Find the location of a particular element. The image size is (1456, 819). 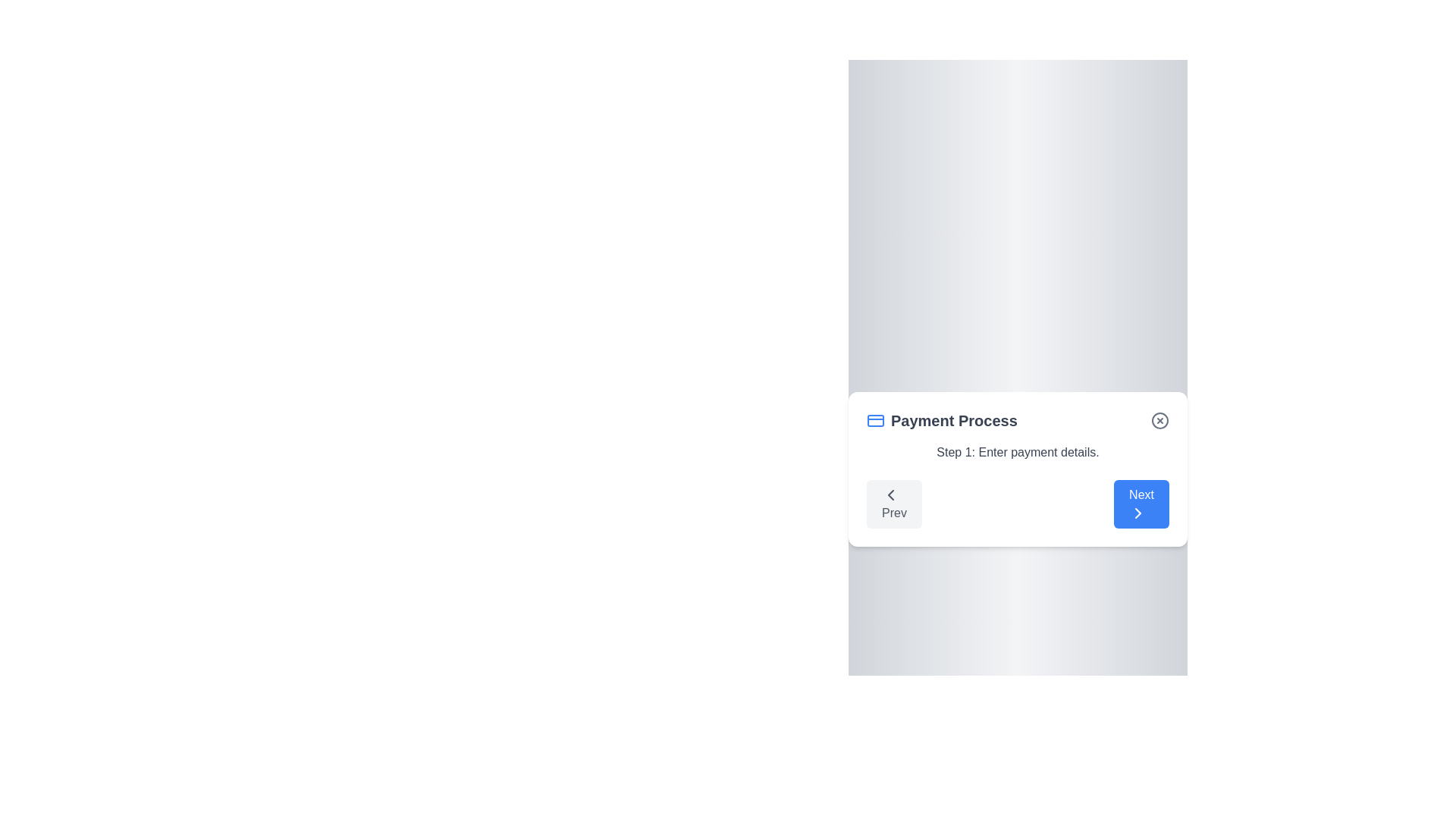

the chevron icon within the blue 'Next' button located at the bottom right of the modal to proceed is located at coordinates (1138, 513).